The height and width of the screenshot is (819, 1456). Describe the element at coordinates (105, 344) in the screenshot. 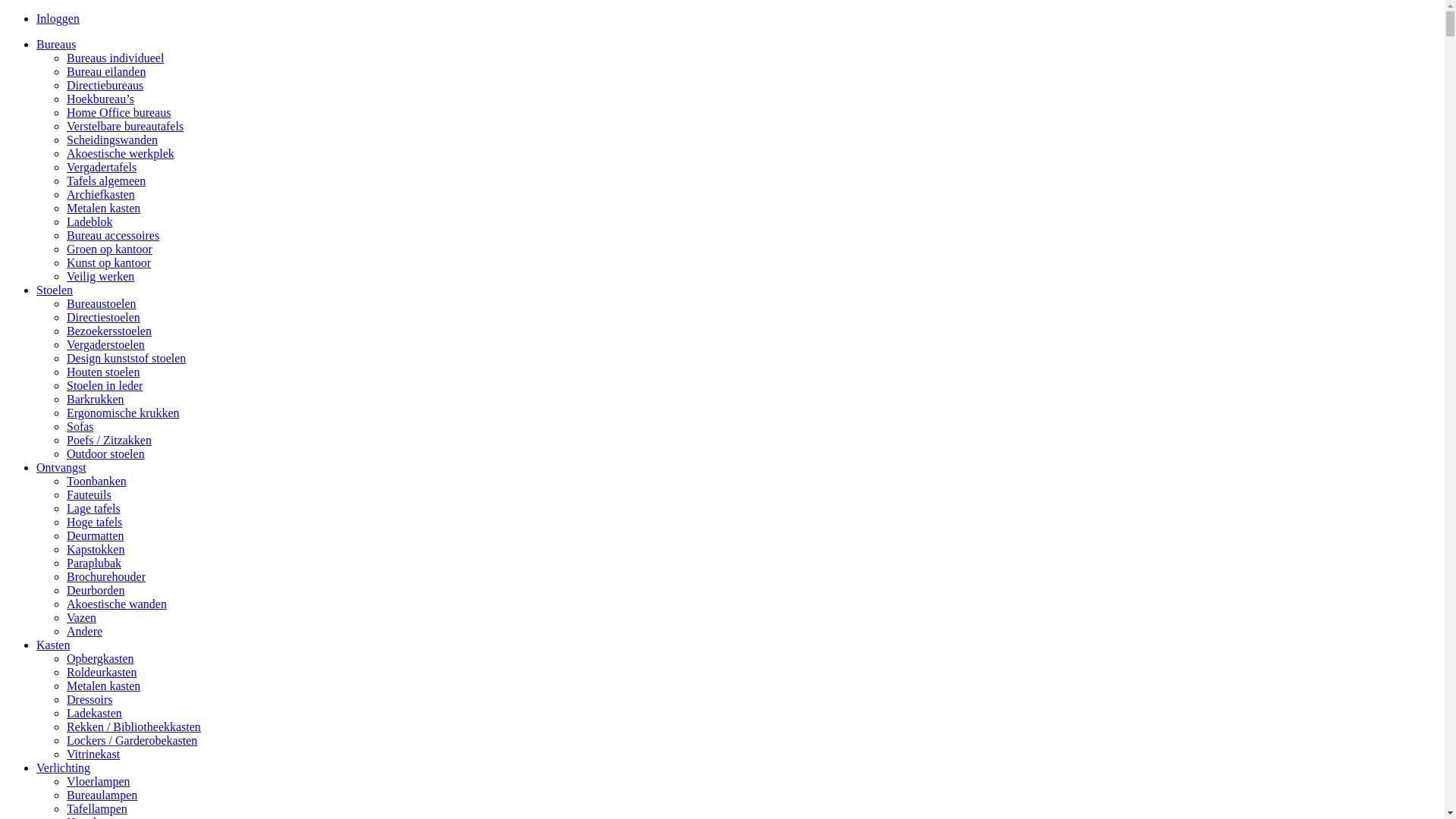

I see `'Vergaderstoelen'` at that location.